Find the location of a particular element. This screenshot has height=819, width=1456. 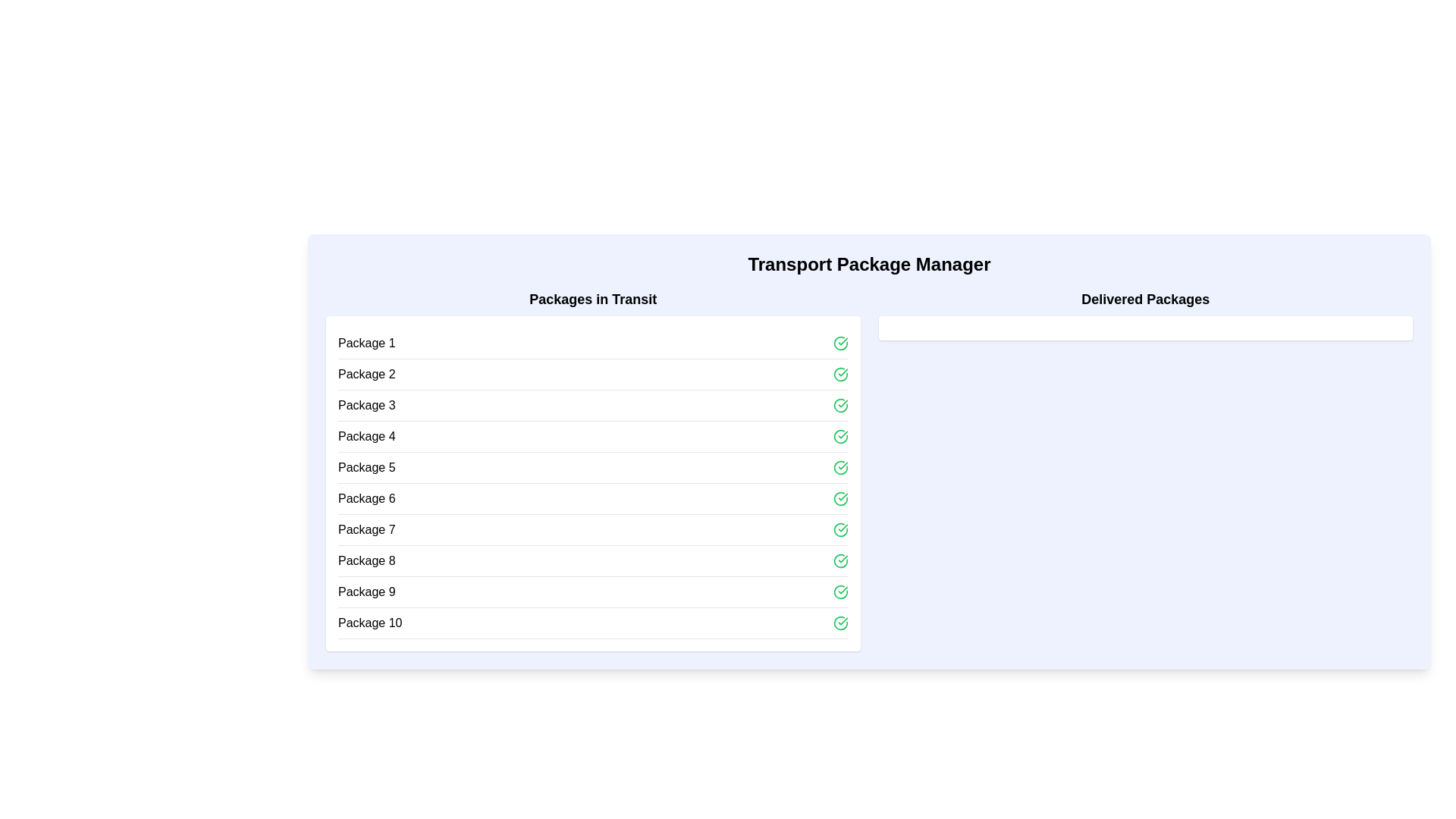

the first package entry is located at coordinates (592, 344).